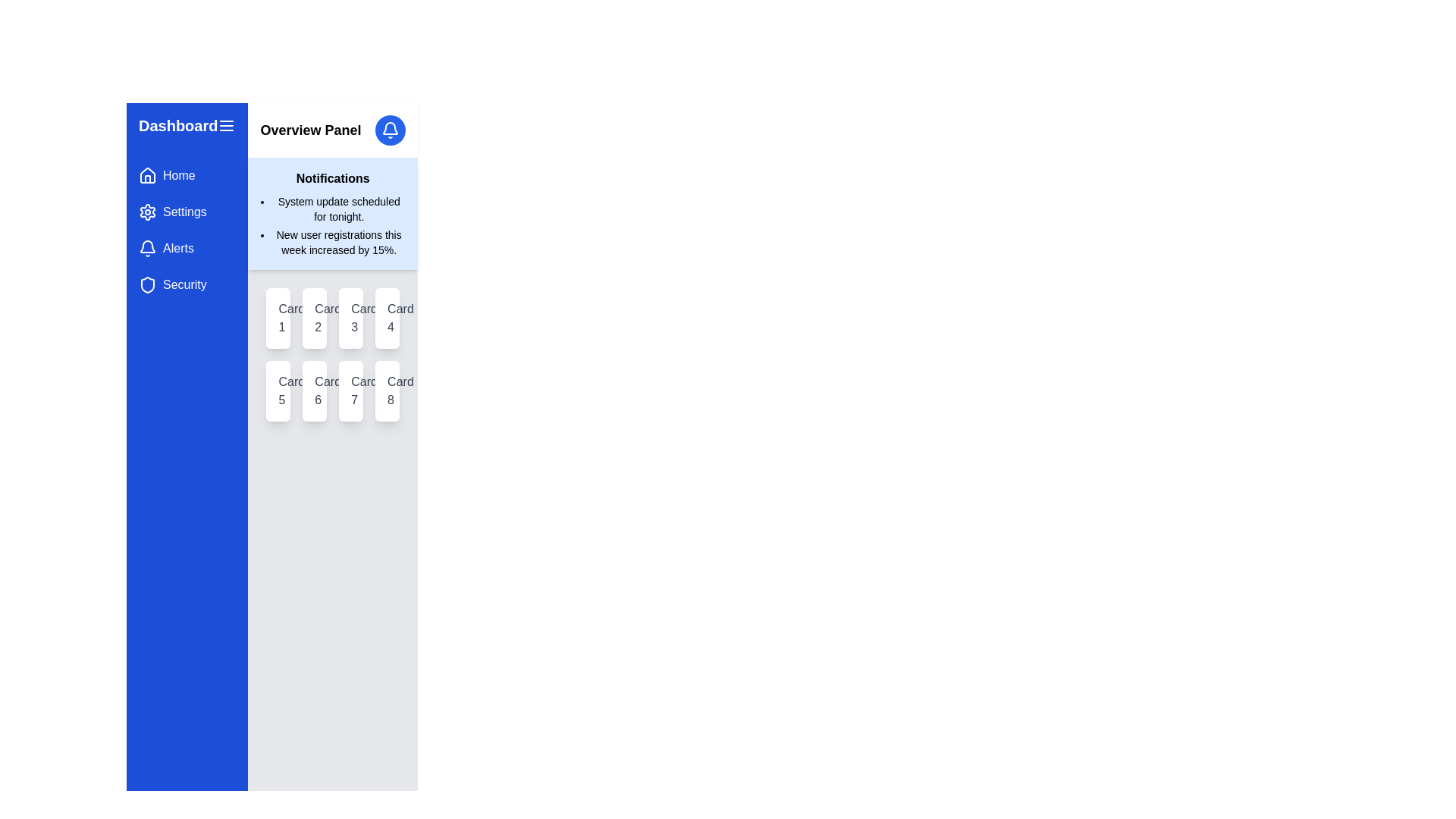 The height and width of the screenshot is (819, 1456). Describe the element at coordinates (278, 391) in the screenshot. I see `the first card in the second row of a 2x4 grid layout, which displays information related to 'Card 5'` at that location.